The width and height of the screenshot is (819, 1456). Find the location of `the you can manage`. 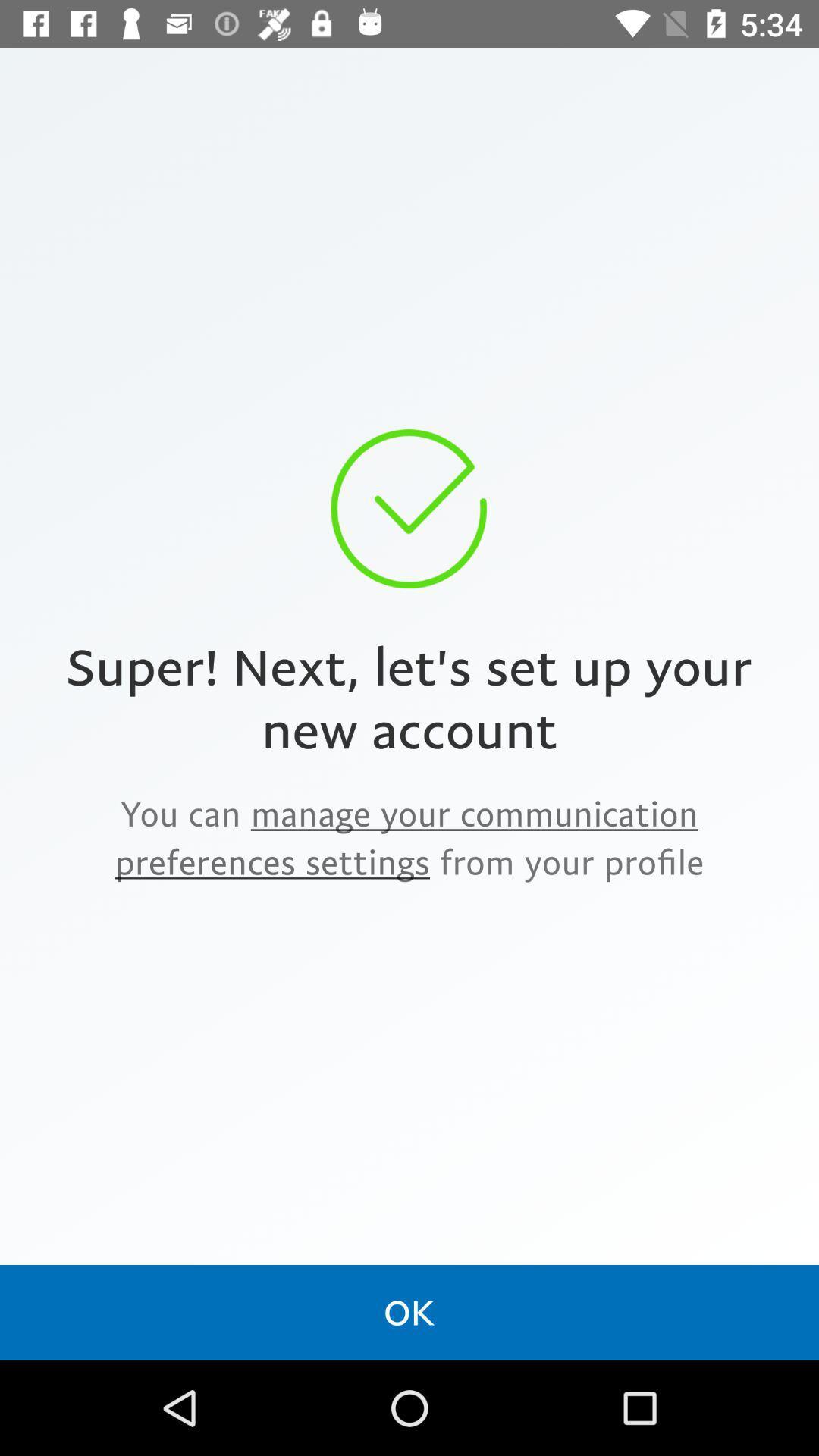

the you can manage is located at coordinates (409, 836).